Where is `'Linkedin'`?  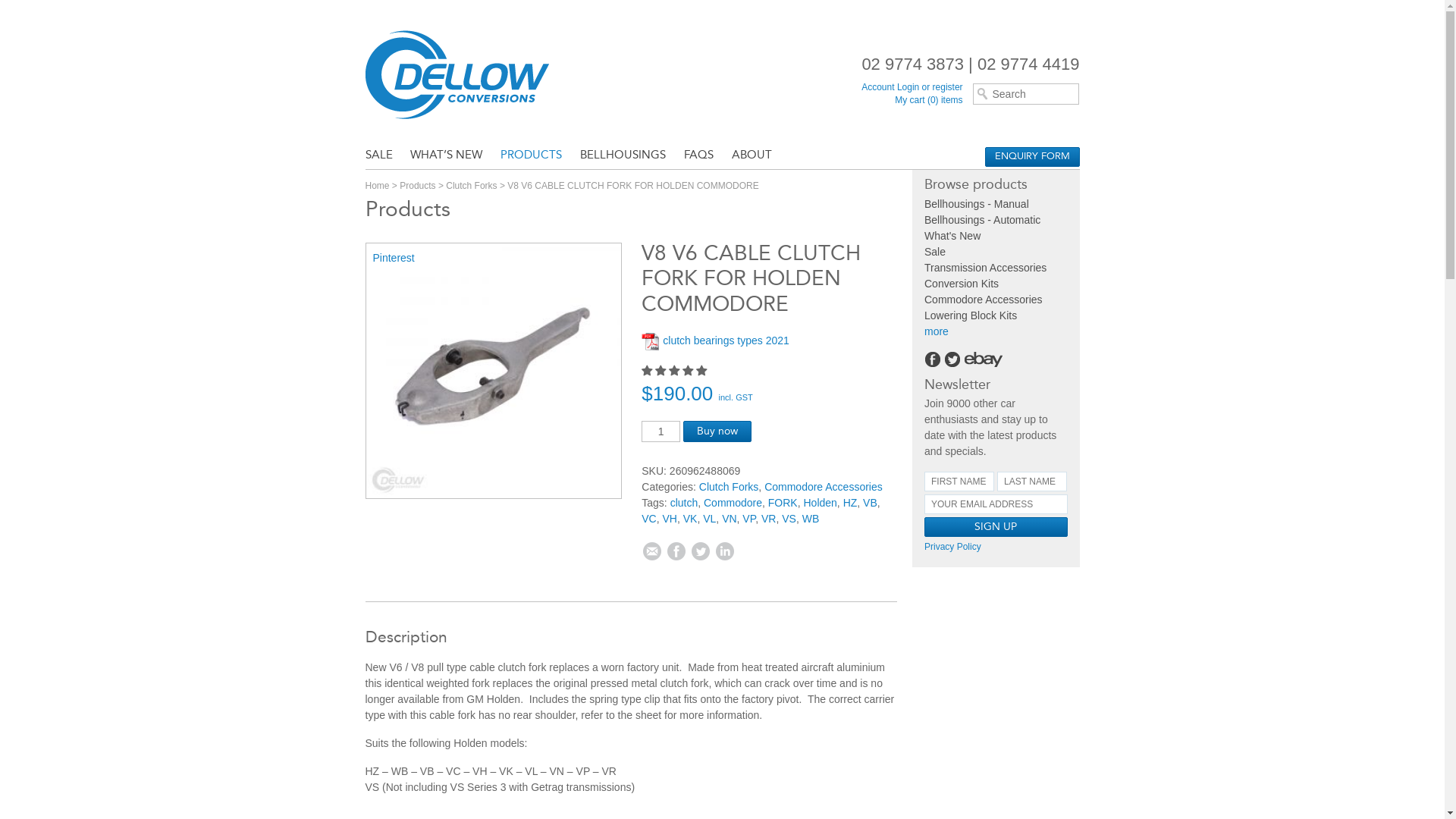
'Linkedin' is located at coordinates (715, 551).